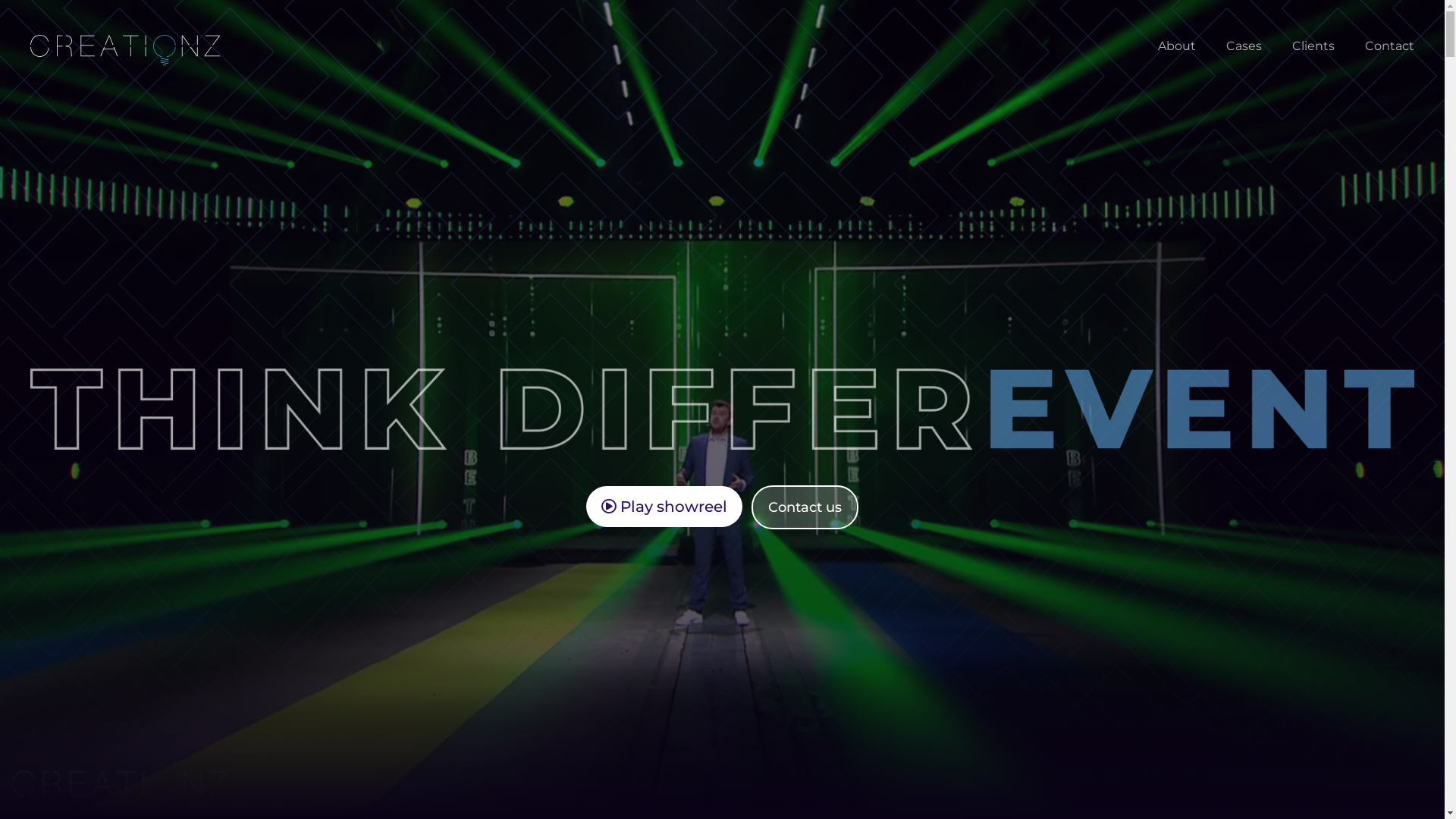  Describe the element at coordinates (1244, 45) in the screenshot. I see `'Cases'` at that location.